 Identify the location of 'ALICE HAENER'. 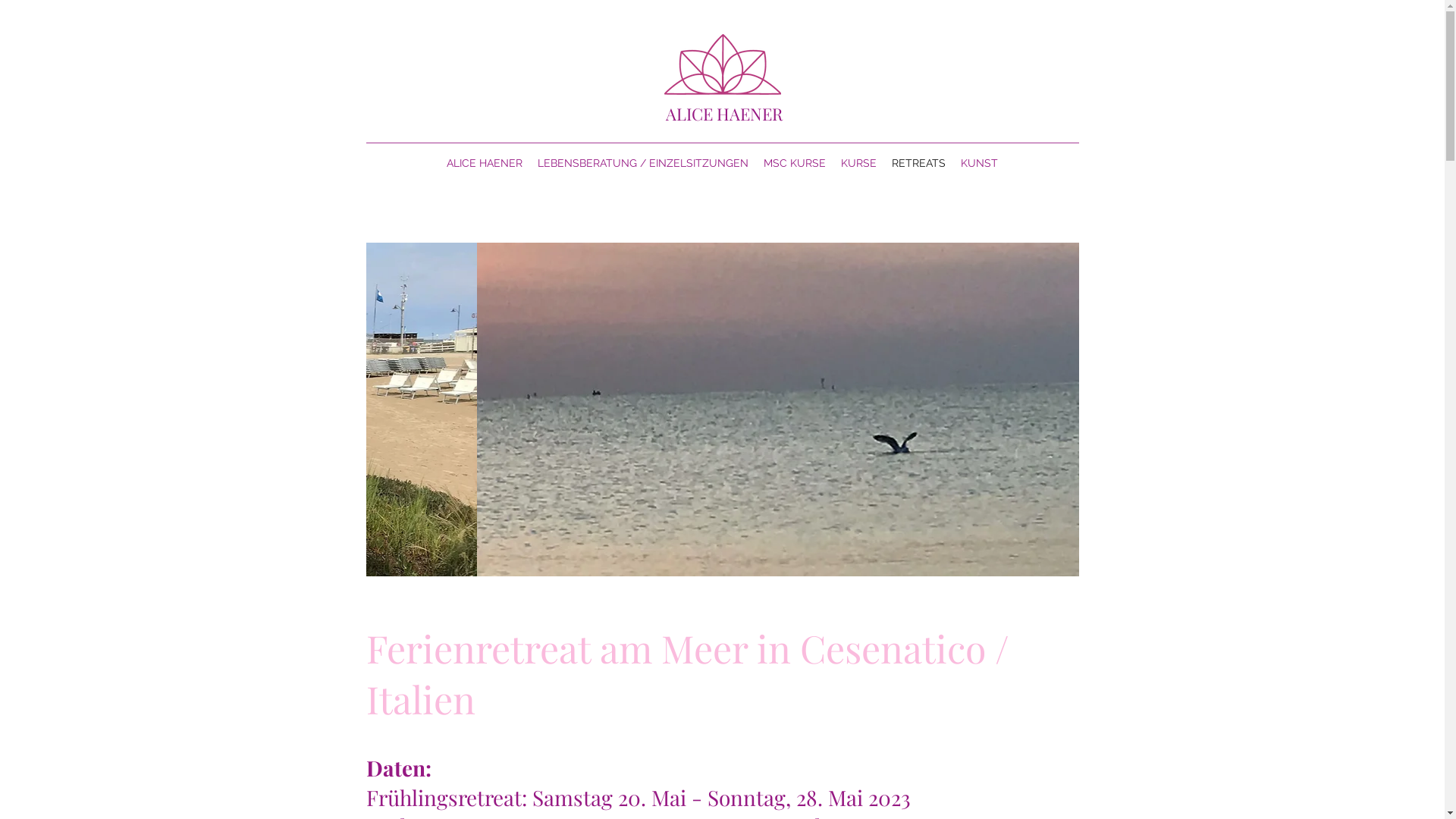
(483, 163).